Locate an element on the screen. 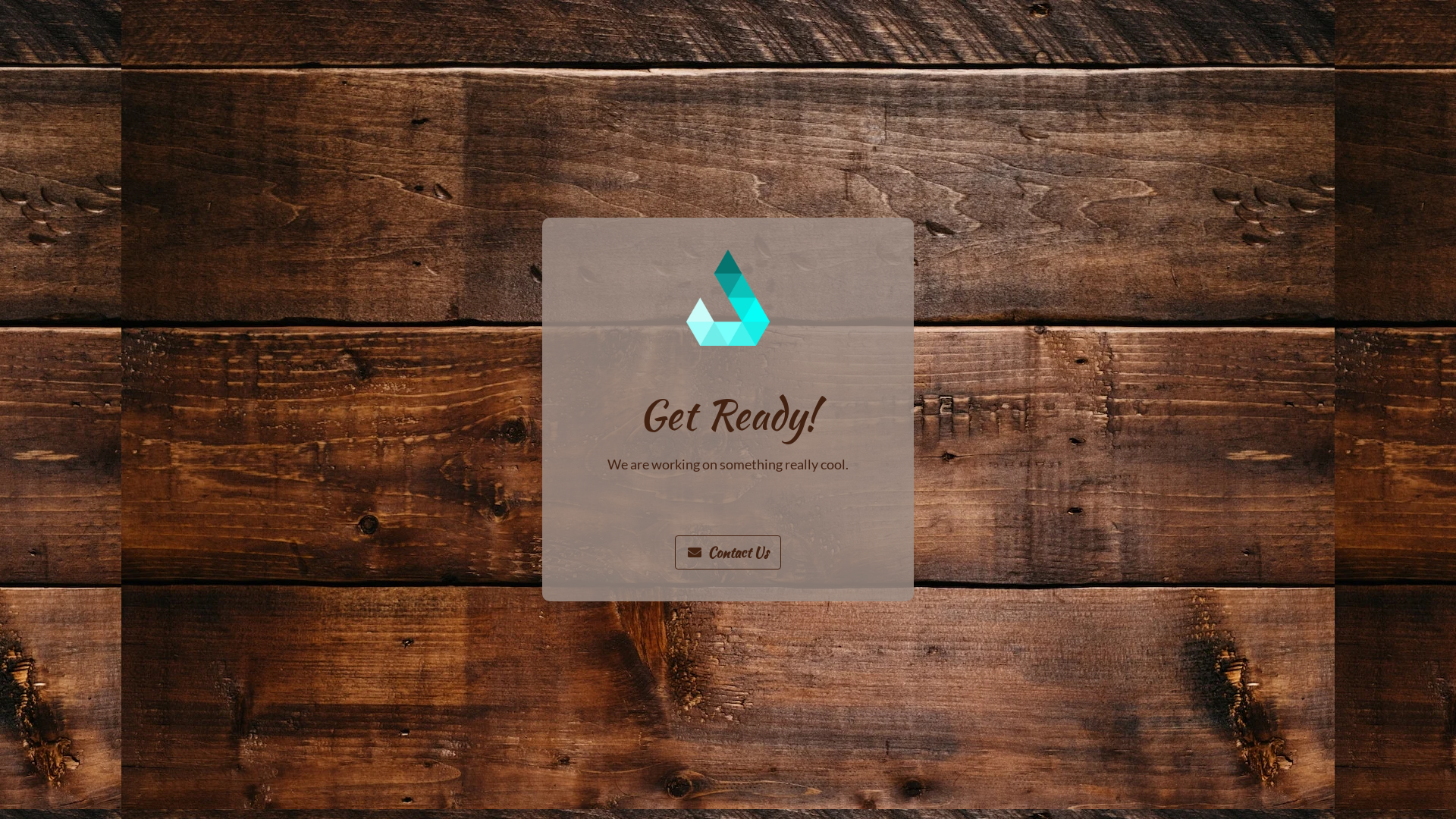 This screenshot has height=819, width=1456. 'Contact Us' is located at coordinates (728, 552).